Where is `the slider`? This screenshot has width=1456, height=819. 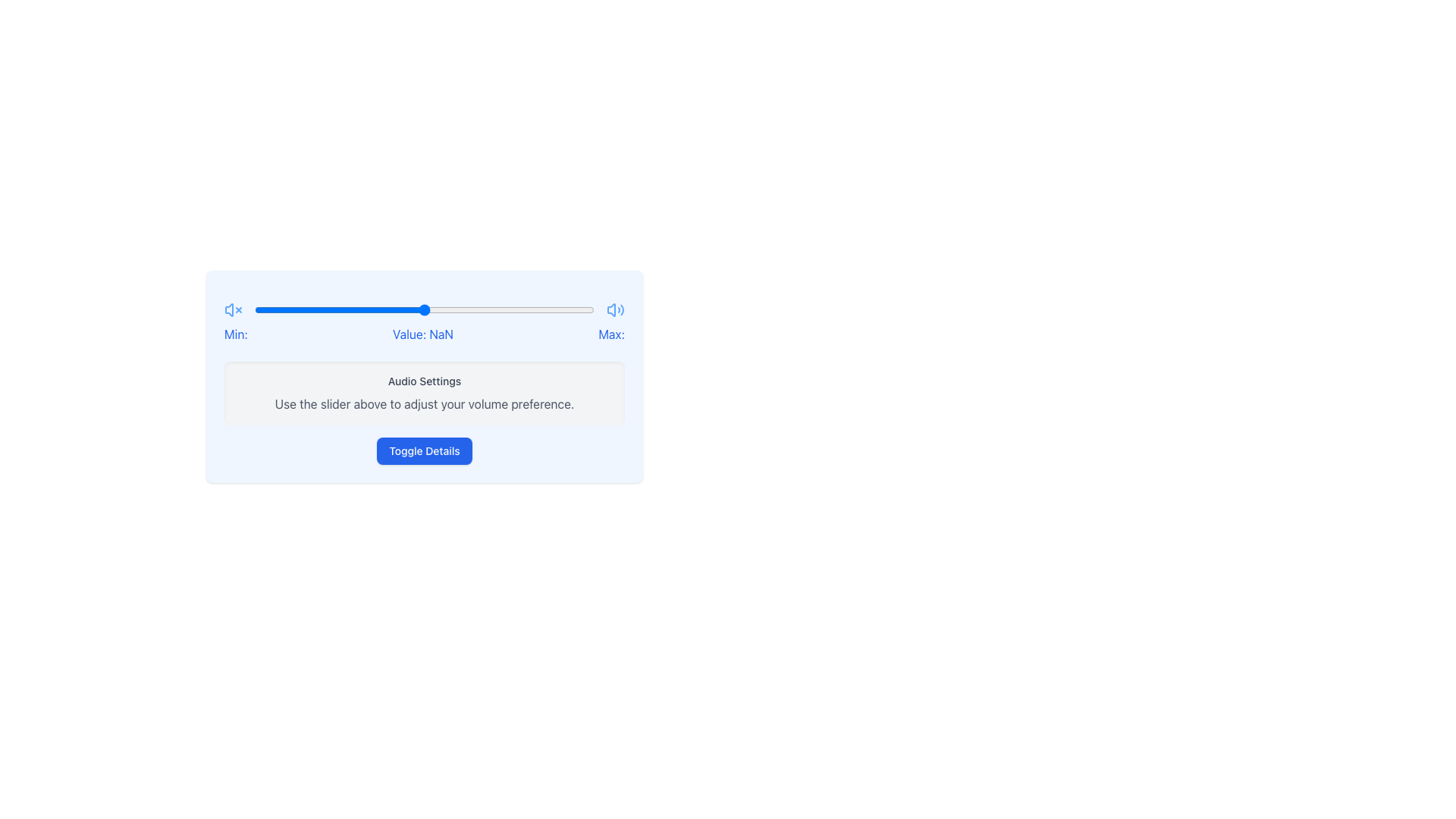
the slider is located at coordinates (549, 309).